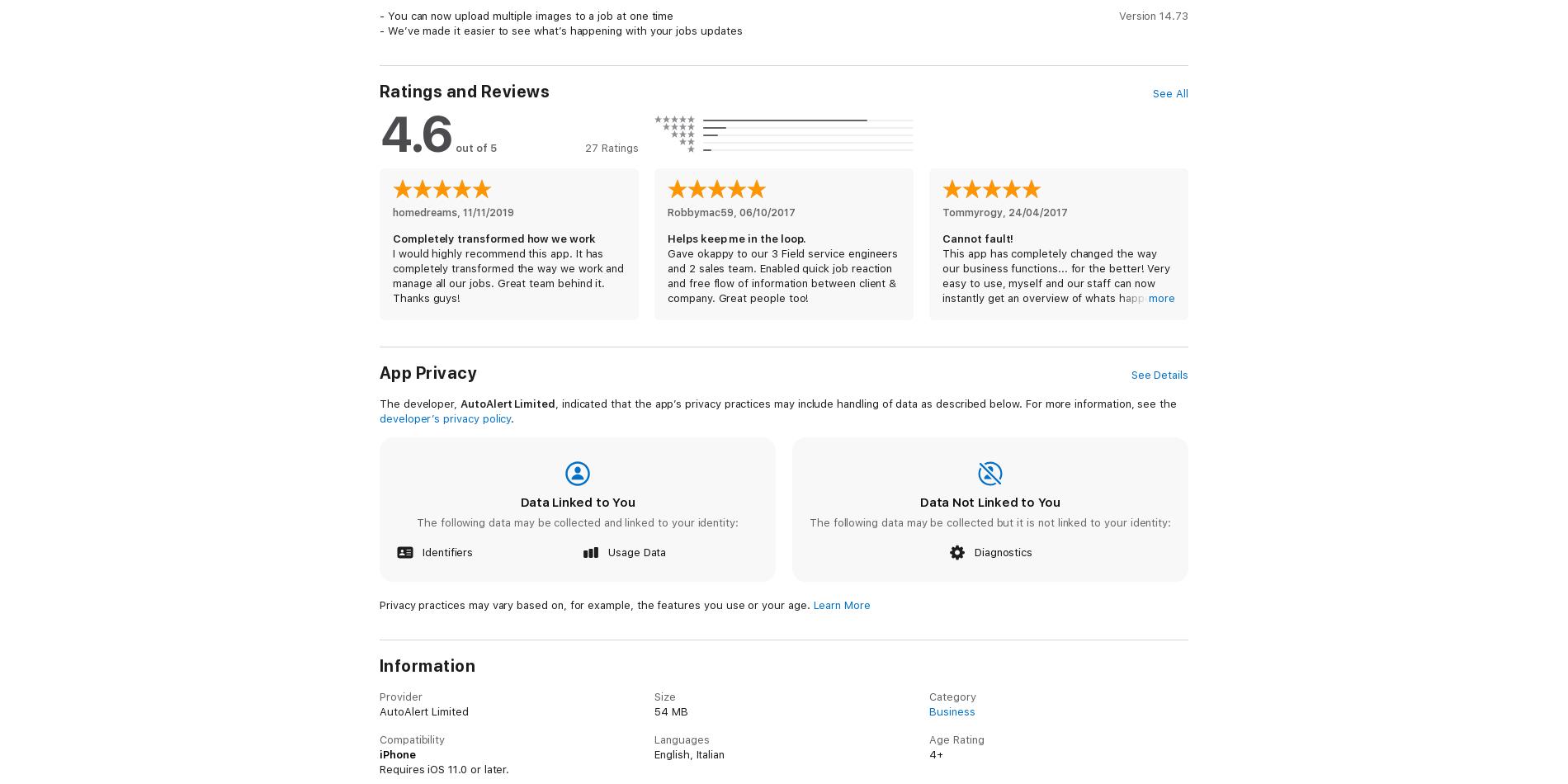  Describe the element at coordinates (394, 770) in the screenshot. I see `'Radar'` at that location.